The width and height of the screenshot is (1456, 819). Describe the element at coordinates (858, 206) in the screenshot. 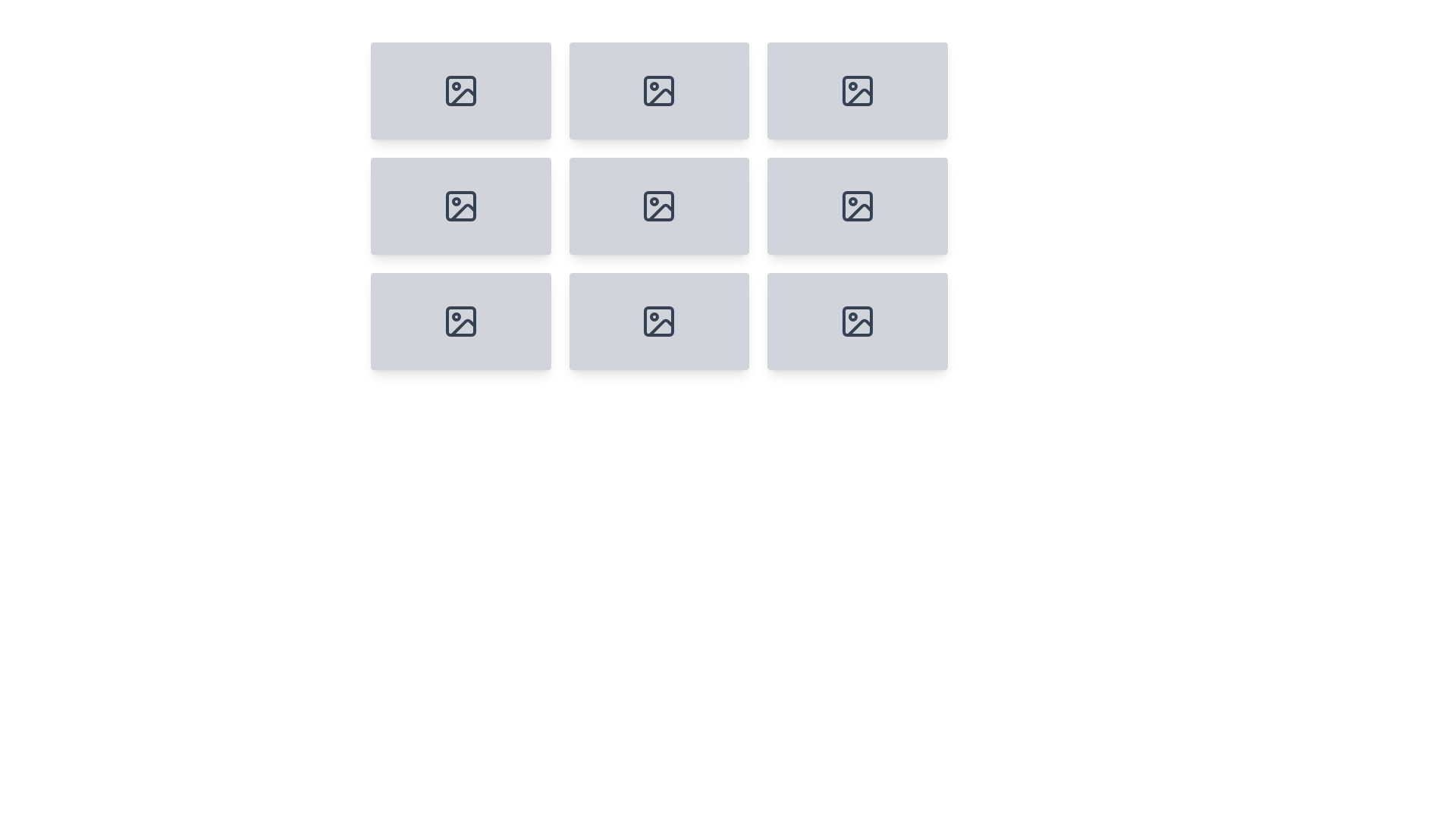

I see `the Card or content block located in the second row and third column of the grid layout, which serves as a visual placeholder for content` at that location.